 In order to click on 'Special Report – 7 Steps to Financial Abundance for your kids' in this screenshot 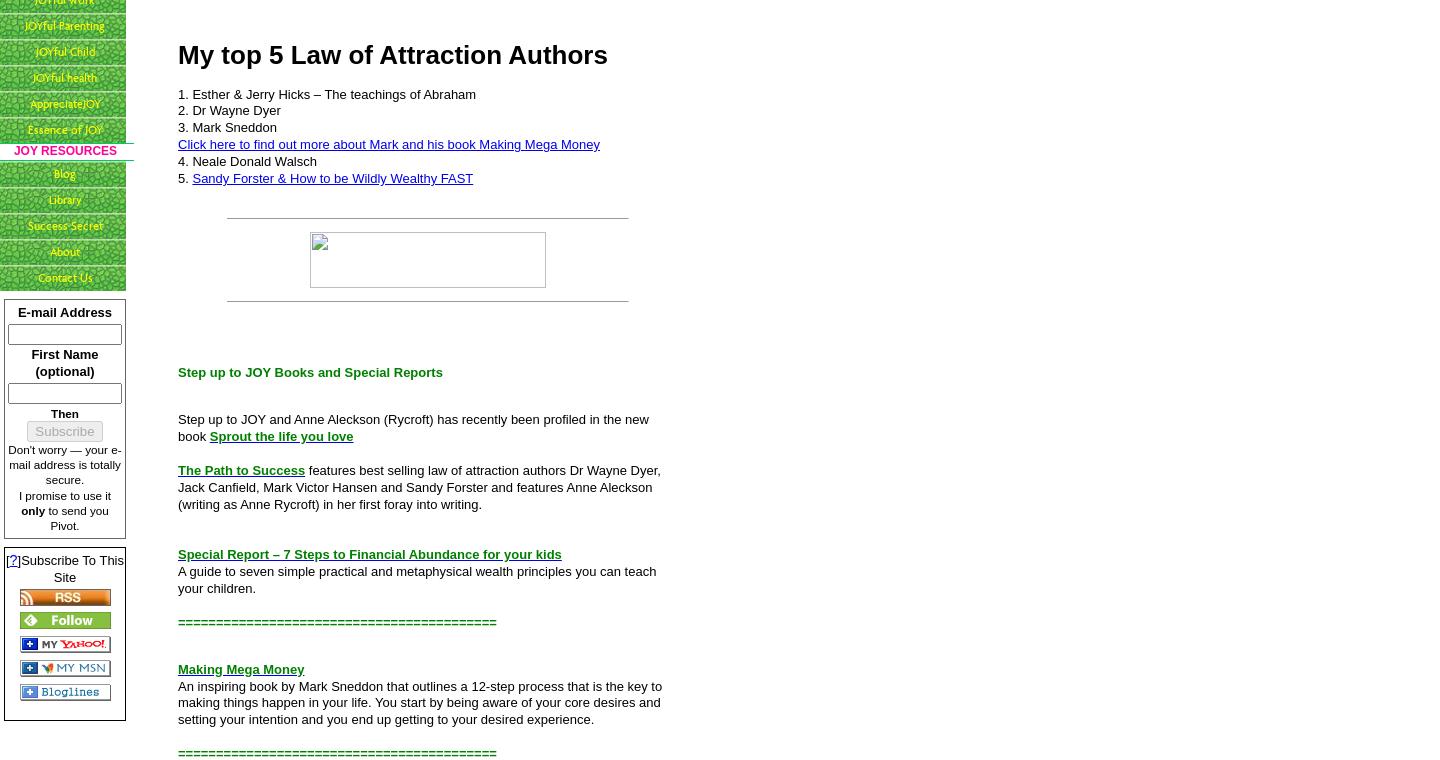, I will do `click(368, 554)`.